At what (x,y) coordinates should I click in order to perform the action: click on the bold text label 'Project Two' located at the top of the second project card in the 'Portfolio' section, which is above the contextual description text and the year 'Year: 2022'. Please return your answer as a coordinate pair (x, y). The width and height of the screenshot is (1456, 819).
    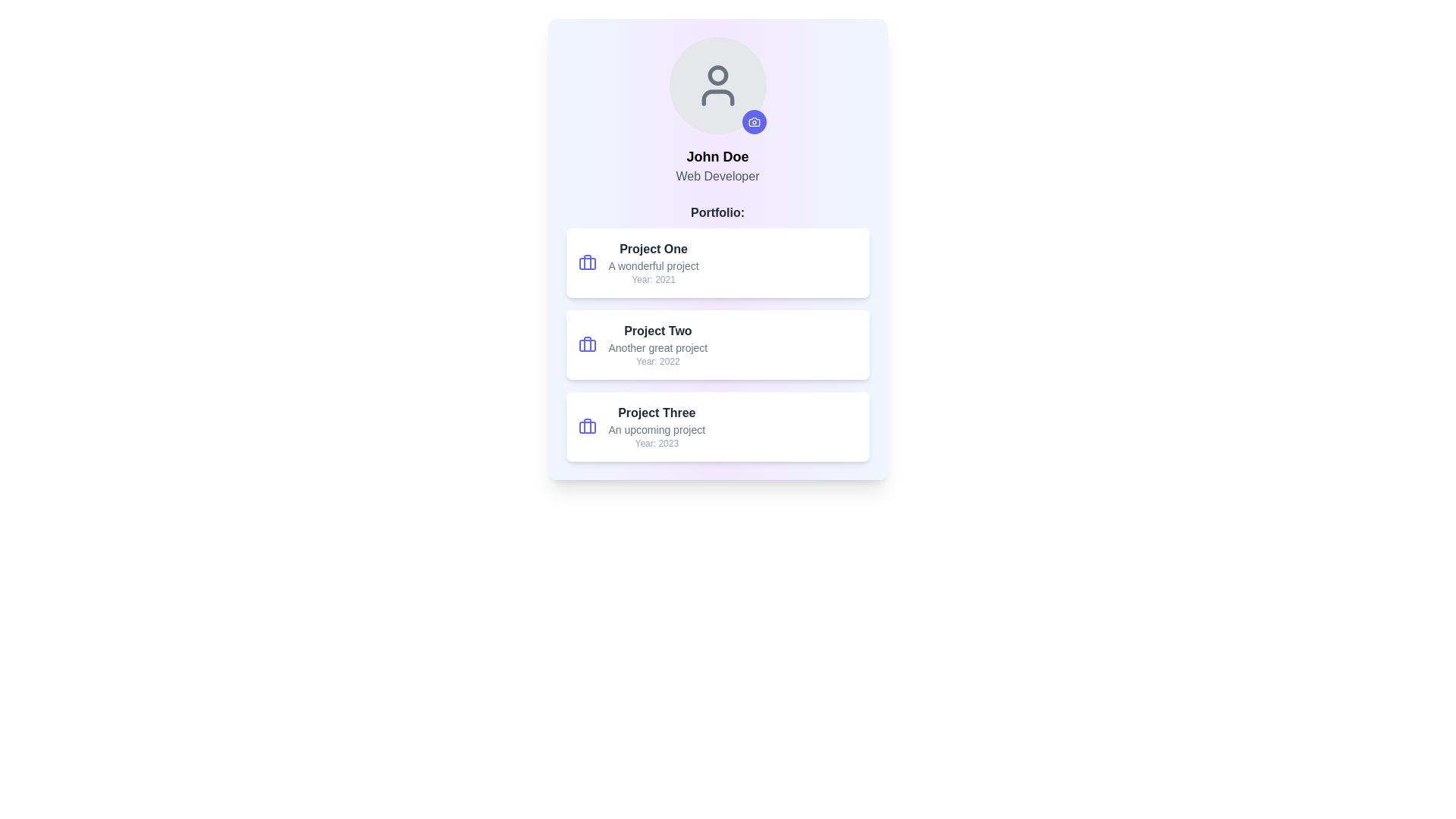
    Looking at the image, I should click on (657, 330).